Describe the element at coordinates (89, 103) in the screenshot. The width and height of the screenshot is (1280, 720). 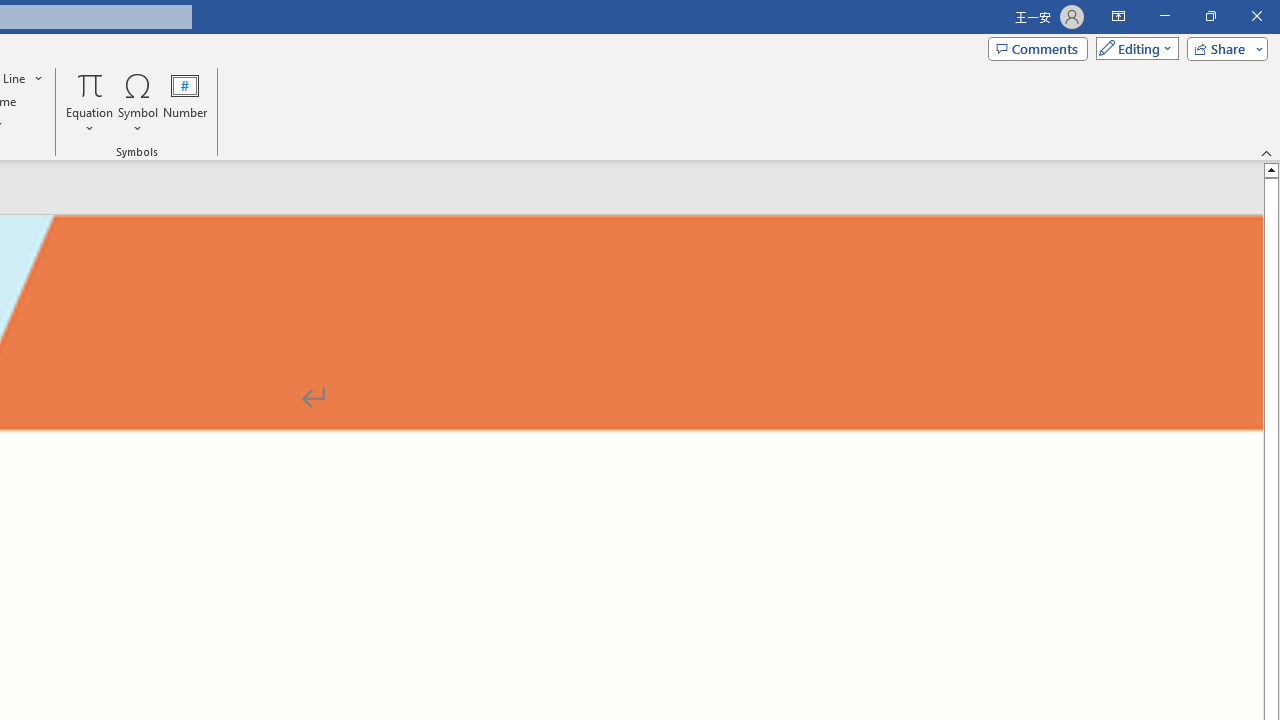
I see `'Equation'` at that location.